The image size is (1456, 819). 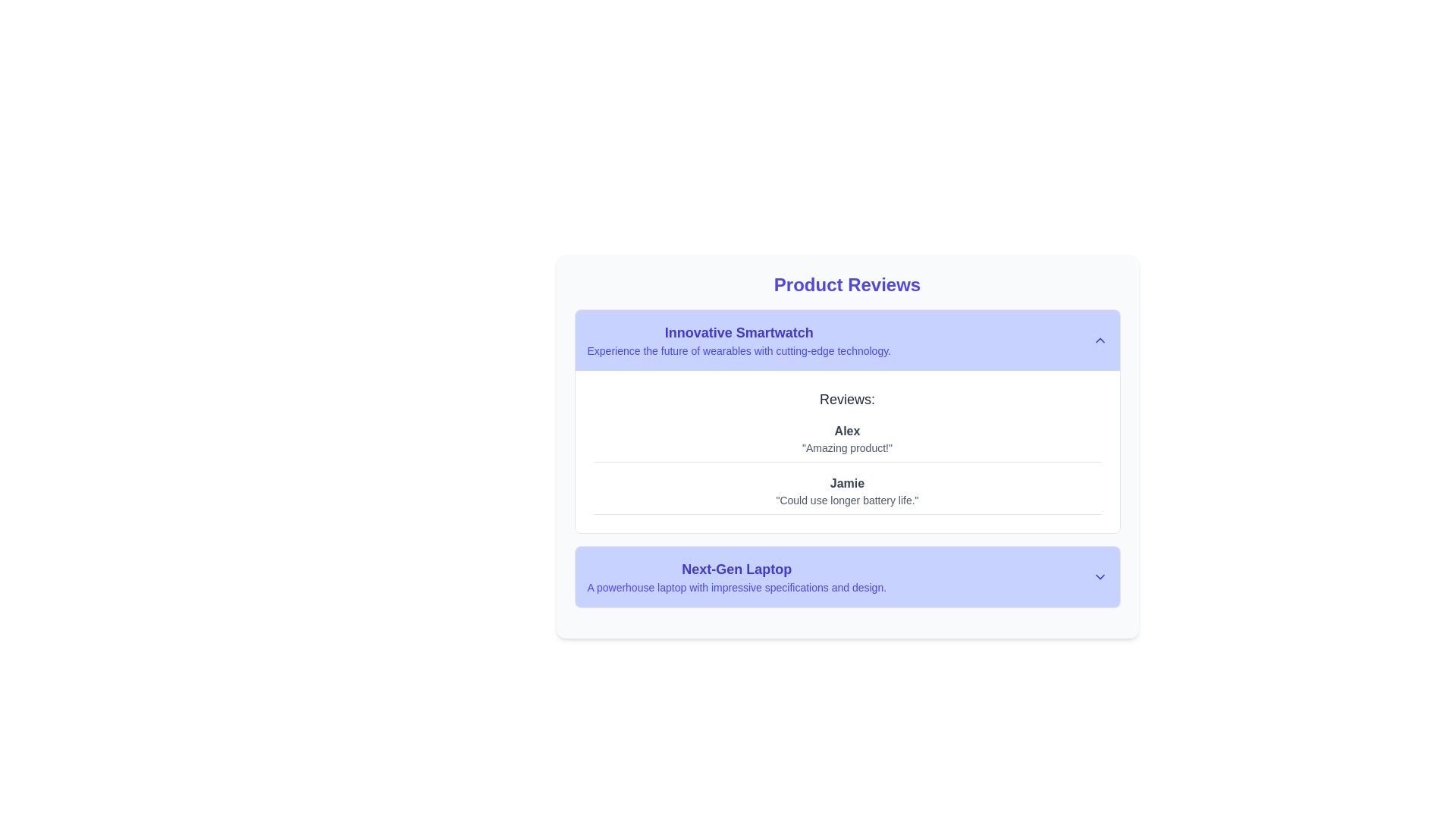 What do you see at coordinates (739, 350) in the screenshot?
I see `the descriptive text element located below the 'Innovative Smartwatch' heading, which elaborates on its features and technology` at bounding box center [739, 350].